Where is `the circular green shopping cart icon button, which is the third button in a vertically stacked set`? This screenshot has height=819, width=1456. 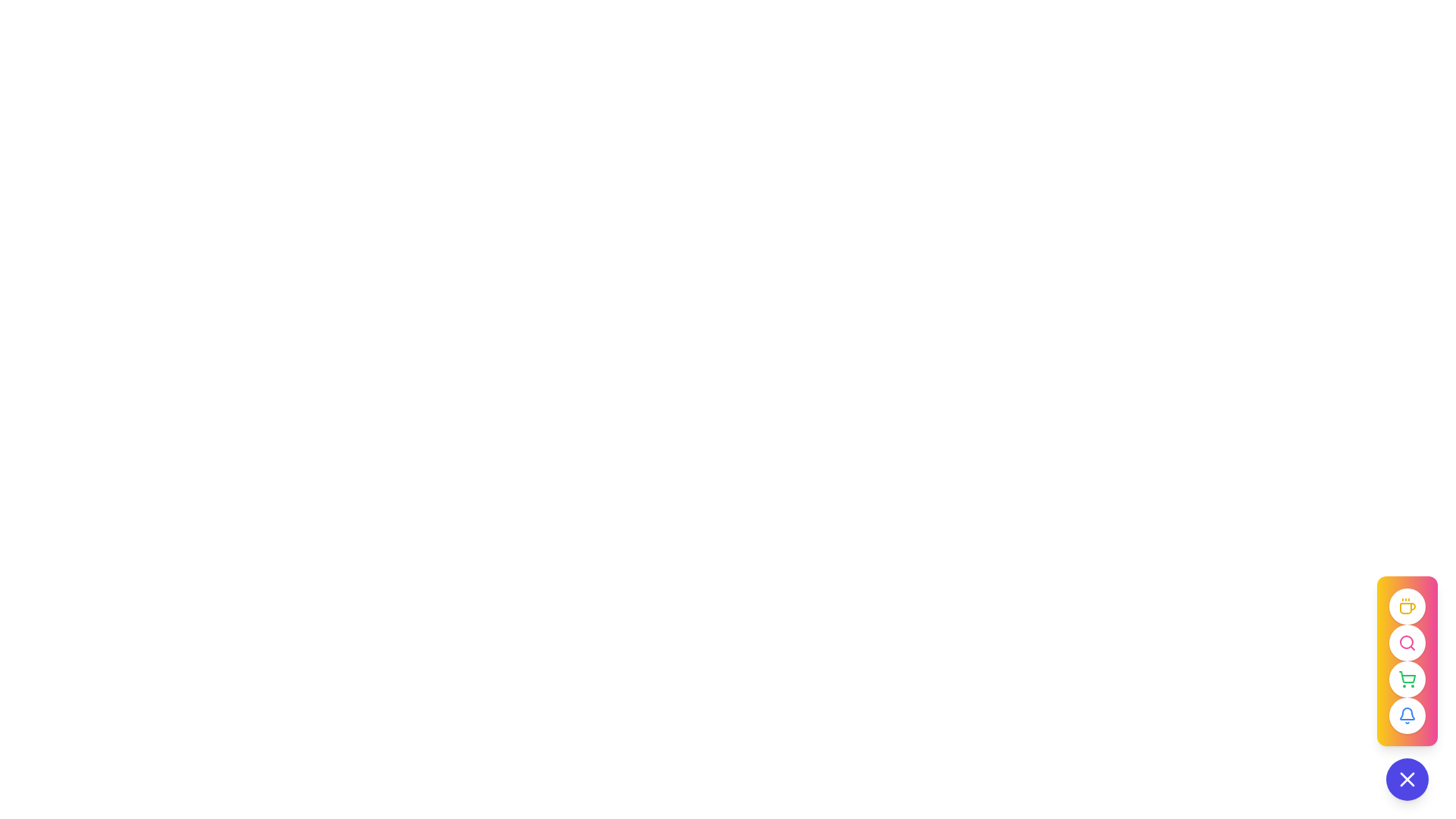
the circular green shopping cart icon button, which is the third button in a vertically stacked set is located at coordinates (1407, 660).